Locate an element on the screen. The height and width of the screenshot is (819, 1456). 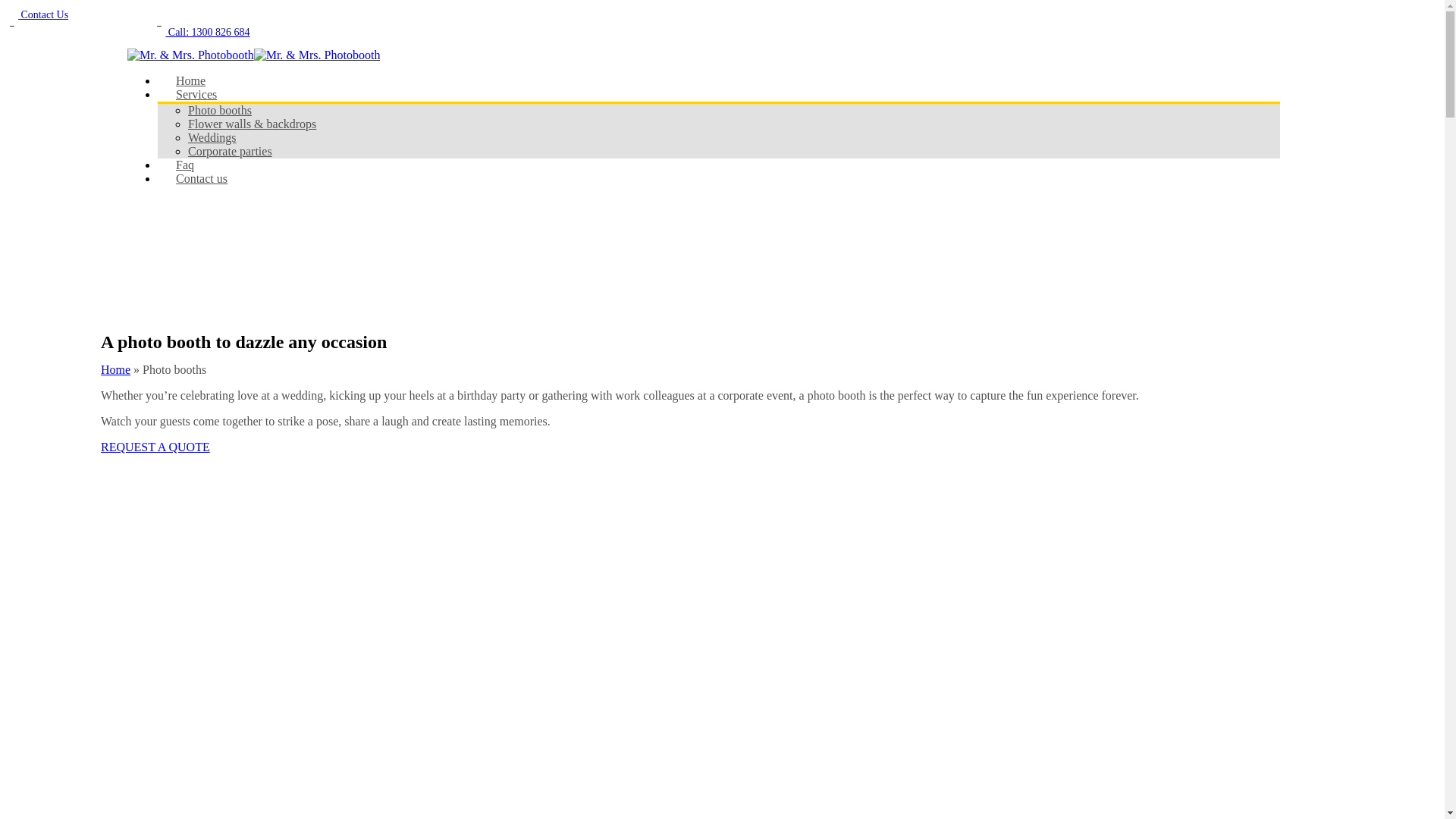
'Weddings' is located at coordinates (211, 137).